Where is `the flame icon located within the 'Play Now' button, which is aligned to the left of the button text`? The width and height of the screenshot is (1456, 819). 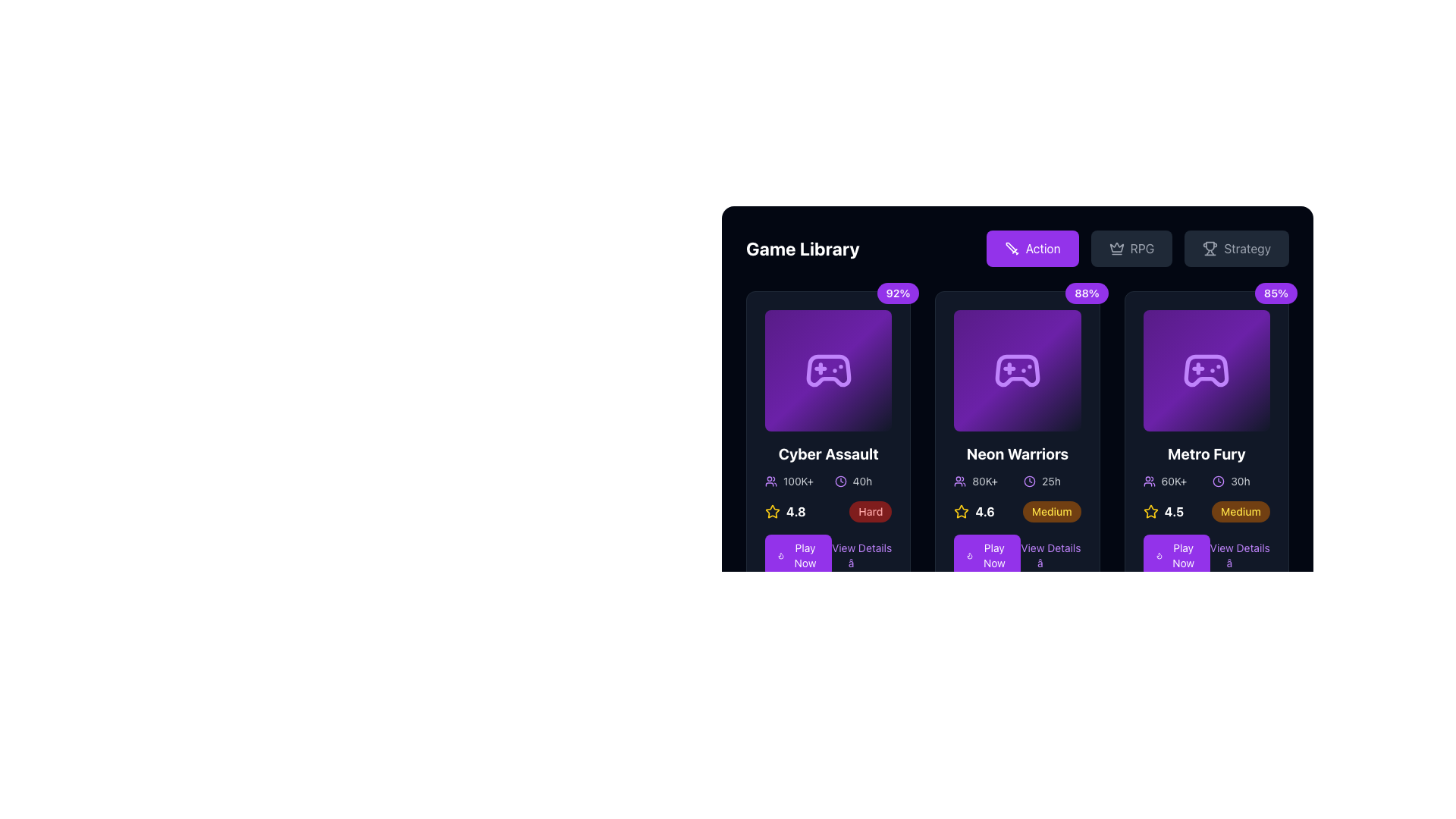
the flame icon located within the 'Play Now' button, which is aligned to the left of the button text is located at coordinates (781, 555).